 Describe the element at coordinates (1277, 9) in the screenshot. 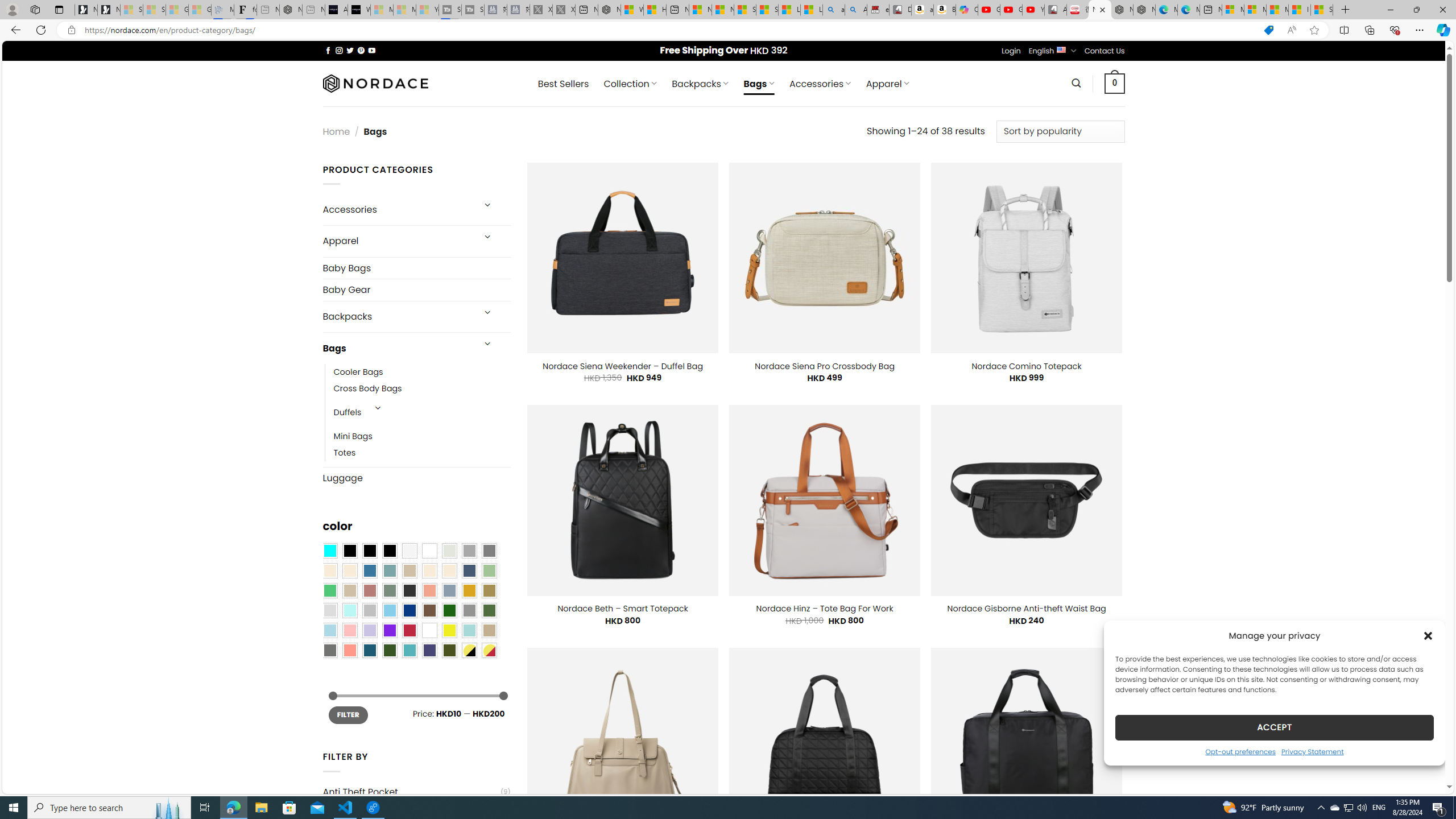

I see `'Microsoft Start'` at that location.